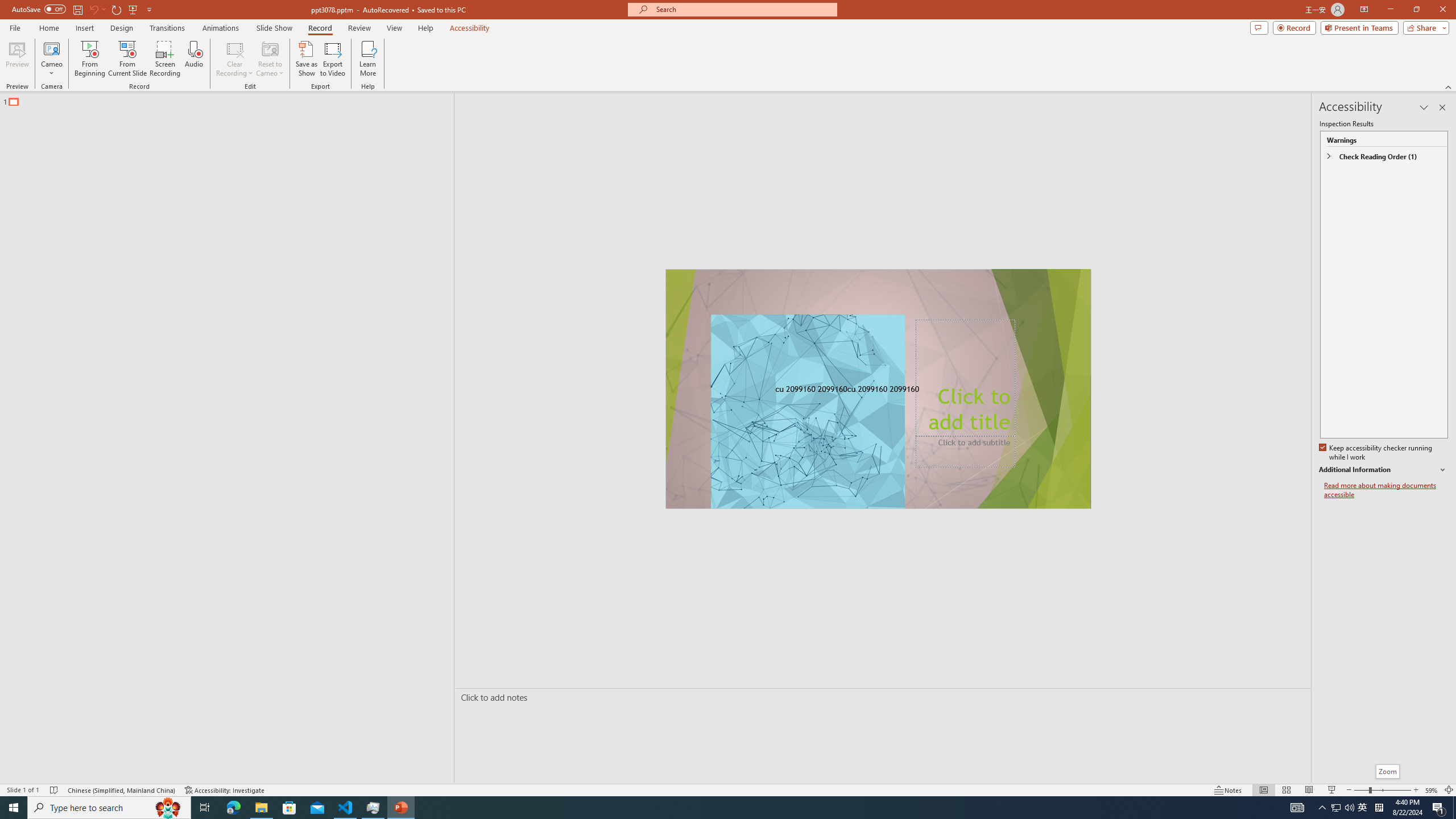 This screenshot has height=819, width=1456. I want to click on 'Screen Recording', so click(164, 59).